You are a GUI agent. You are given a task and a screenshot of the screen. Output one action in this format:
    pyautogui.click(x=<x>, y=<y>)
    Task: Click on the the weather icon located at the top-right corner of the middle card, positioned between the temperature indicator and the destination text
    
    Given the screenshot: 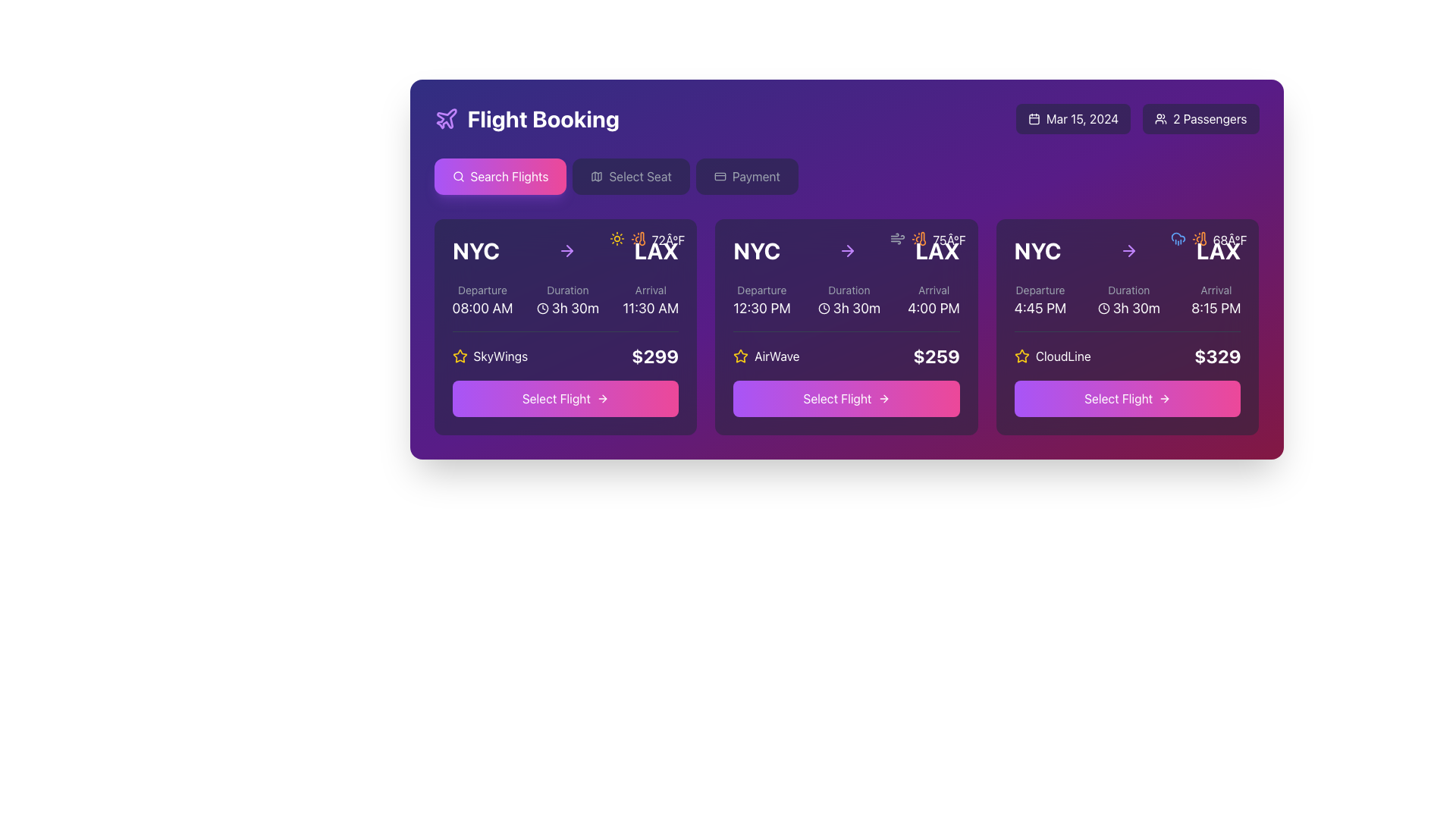 What is the action you would take?
    pyautogui.click(x=898, y=239)
    